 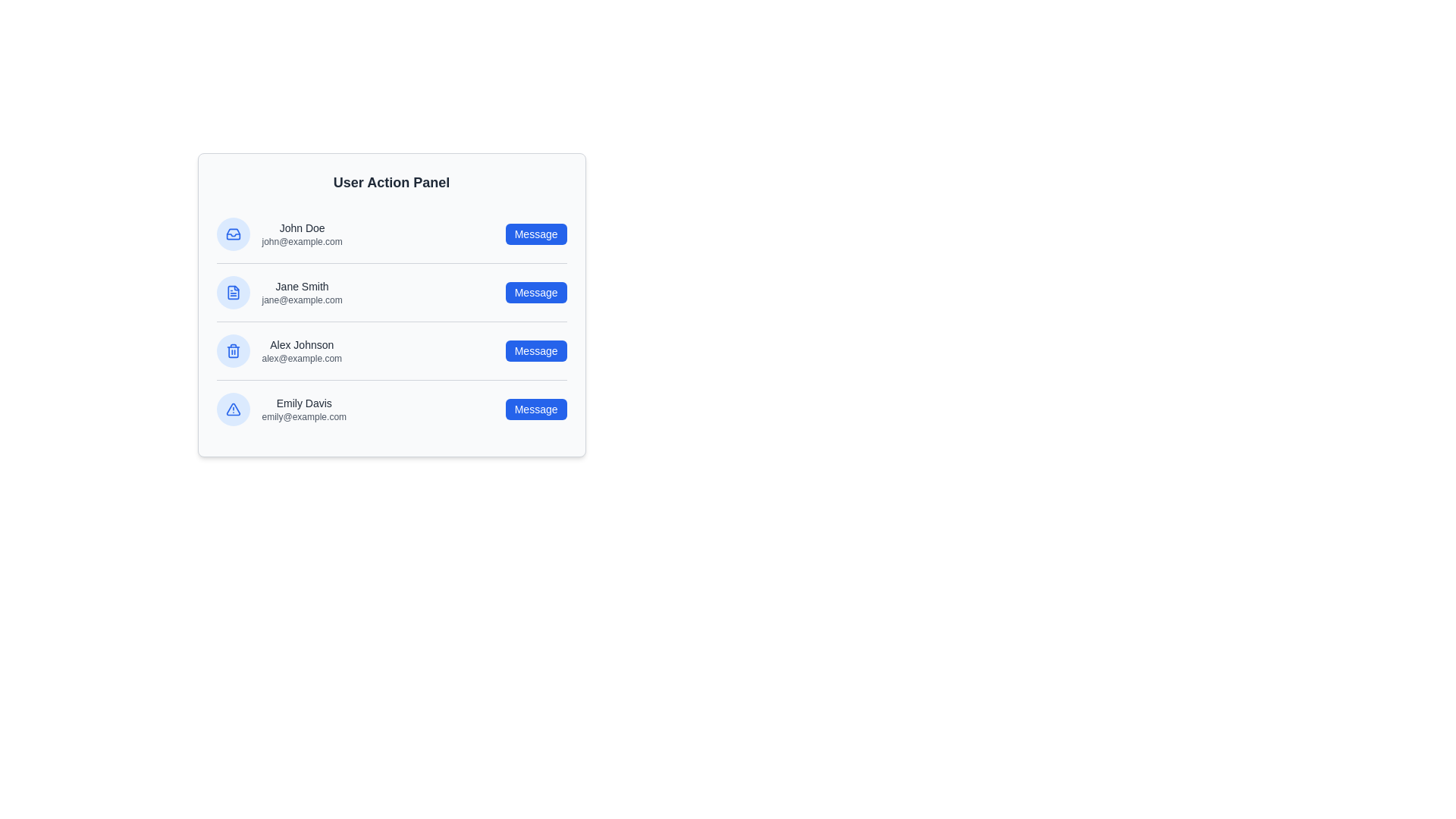 What do you see at coordinates (536, 409) in the screenshot?
I see `'Message' button for the user identified by Emily Davis` at bounding box center [536, 409].